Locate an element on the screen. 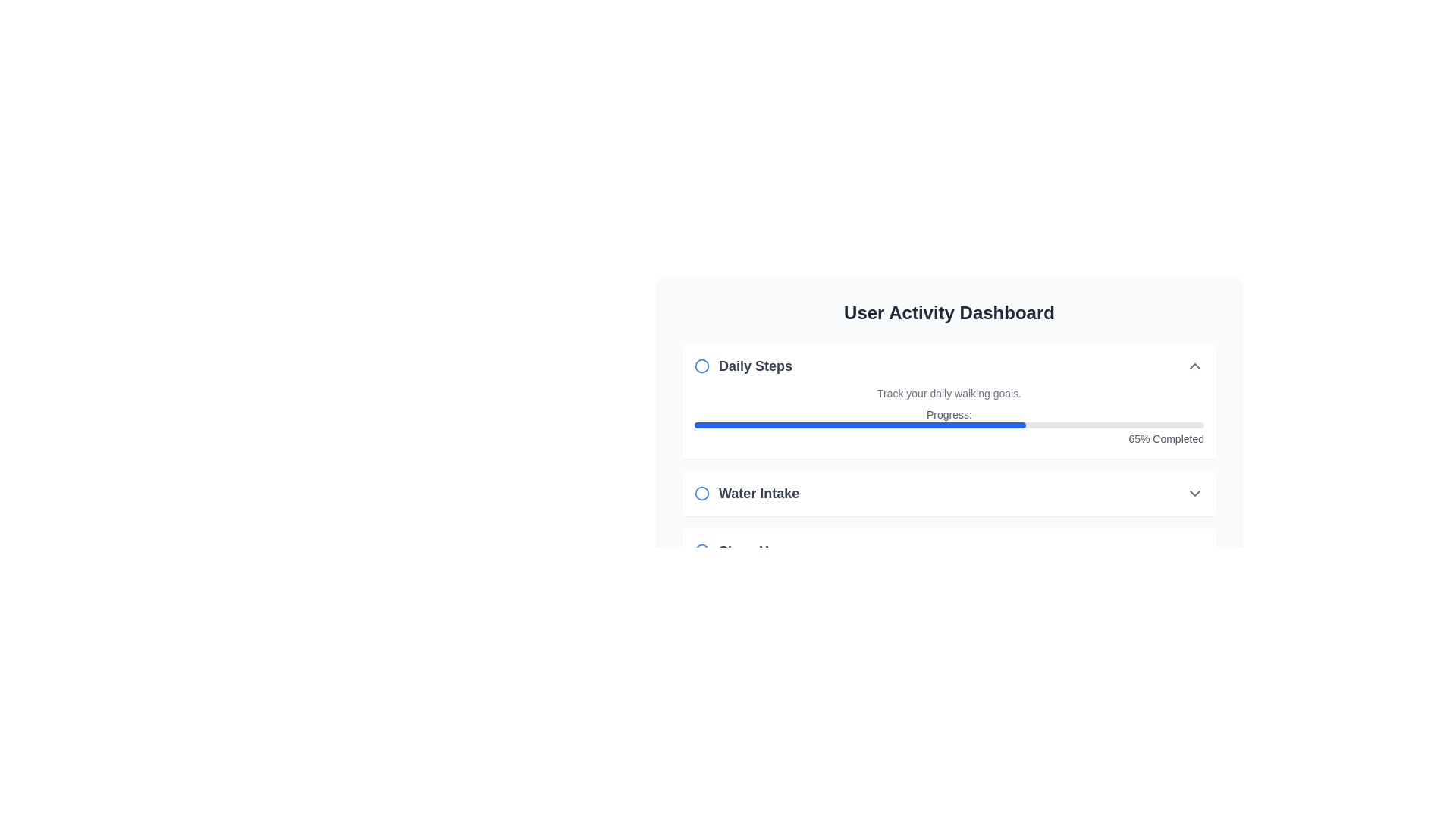 The height and width of the screenshot is (819, 1456). the circular icon with a blue border located to the left of the 'Water Intake' text label is located at coordinates (701, 494).